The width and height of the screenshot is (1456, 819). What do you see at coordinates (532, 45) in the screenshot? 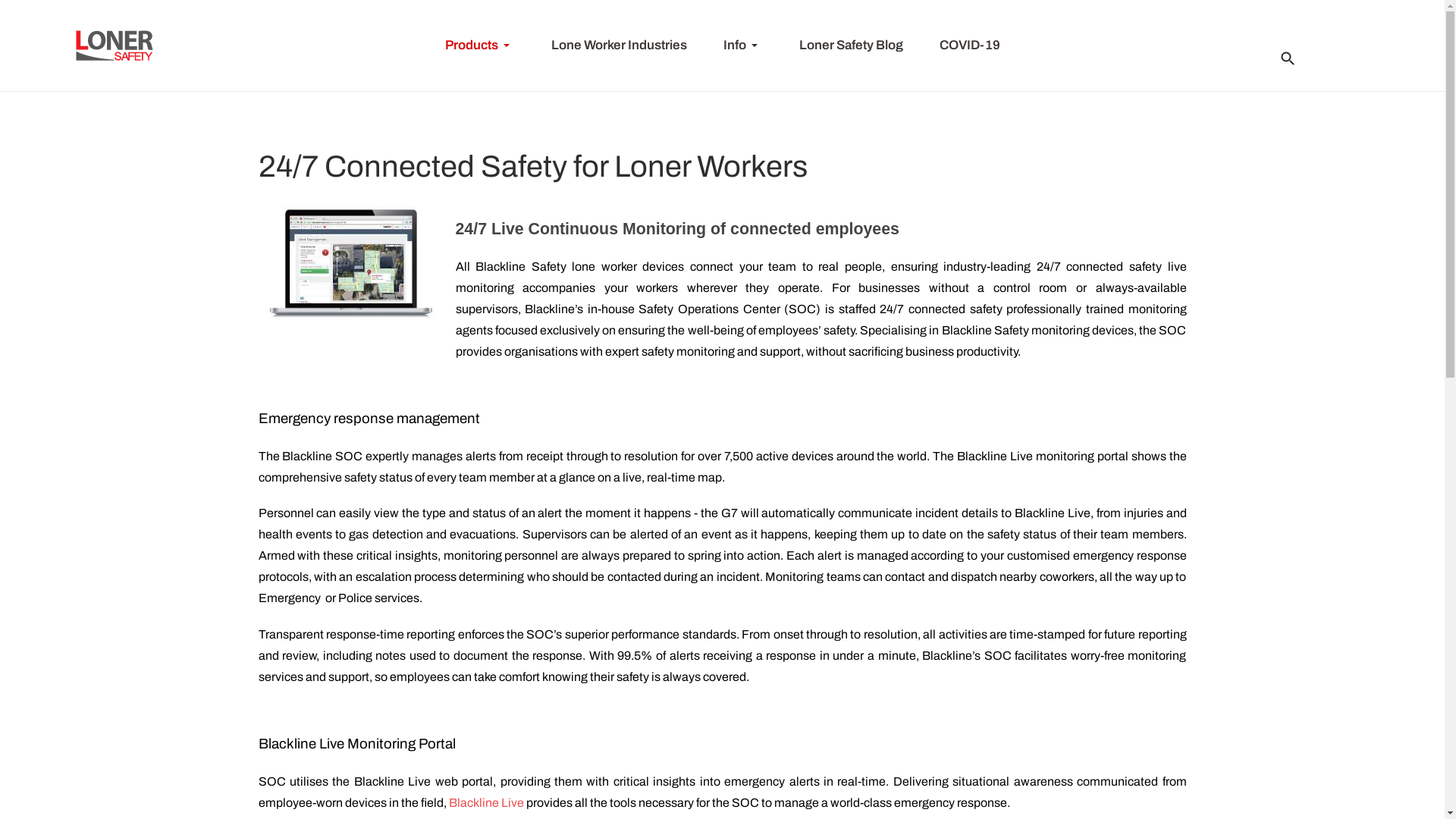
I see `'Lone Worker Industries'` at bounding box center [532, 45].